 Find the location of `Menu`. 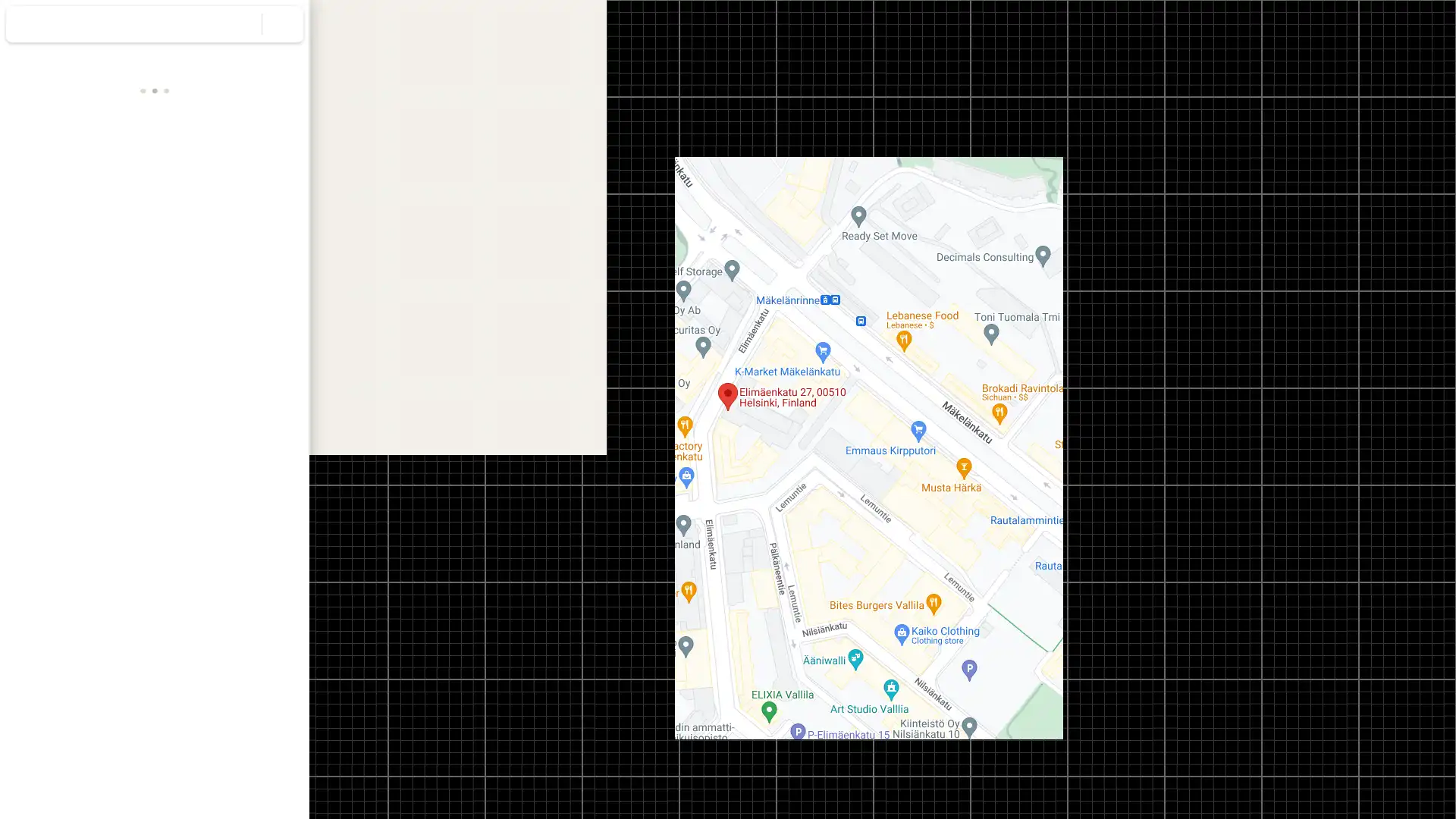

Menu is located at coordinates (27, 26).